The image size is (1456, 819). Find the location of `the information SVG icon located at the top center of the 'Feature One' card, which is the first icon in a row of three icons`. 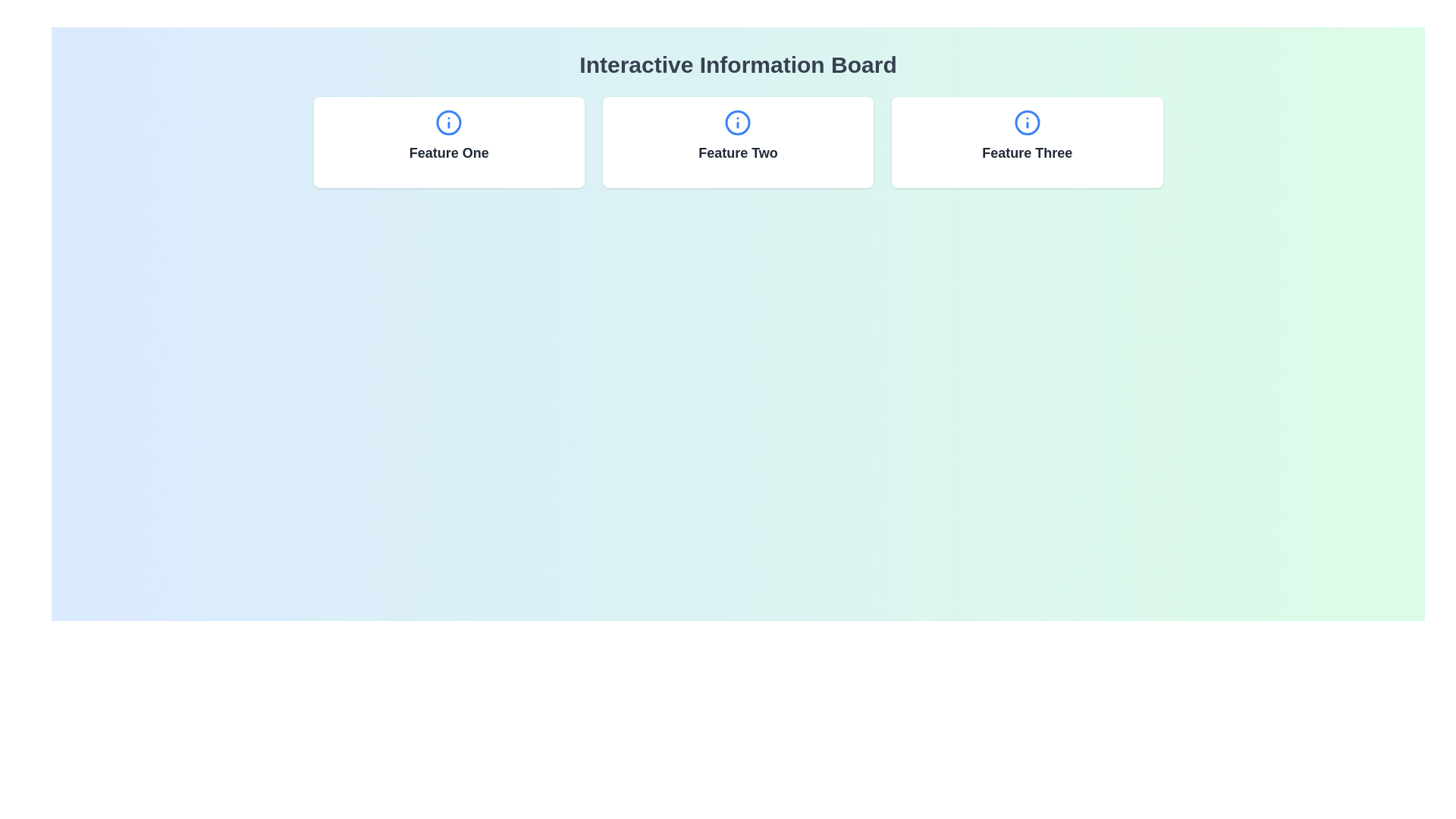

the information SVG icon located at the top center of the 'Feature One' card, which is the first icon in a row of three icons is located at coordinates (448, 122).